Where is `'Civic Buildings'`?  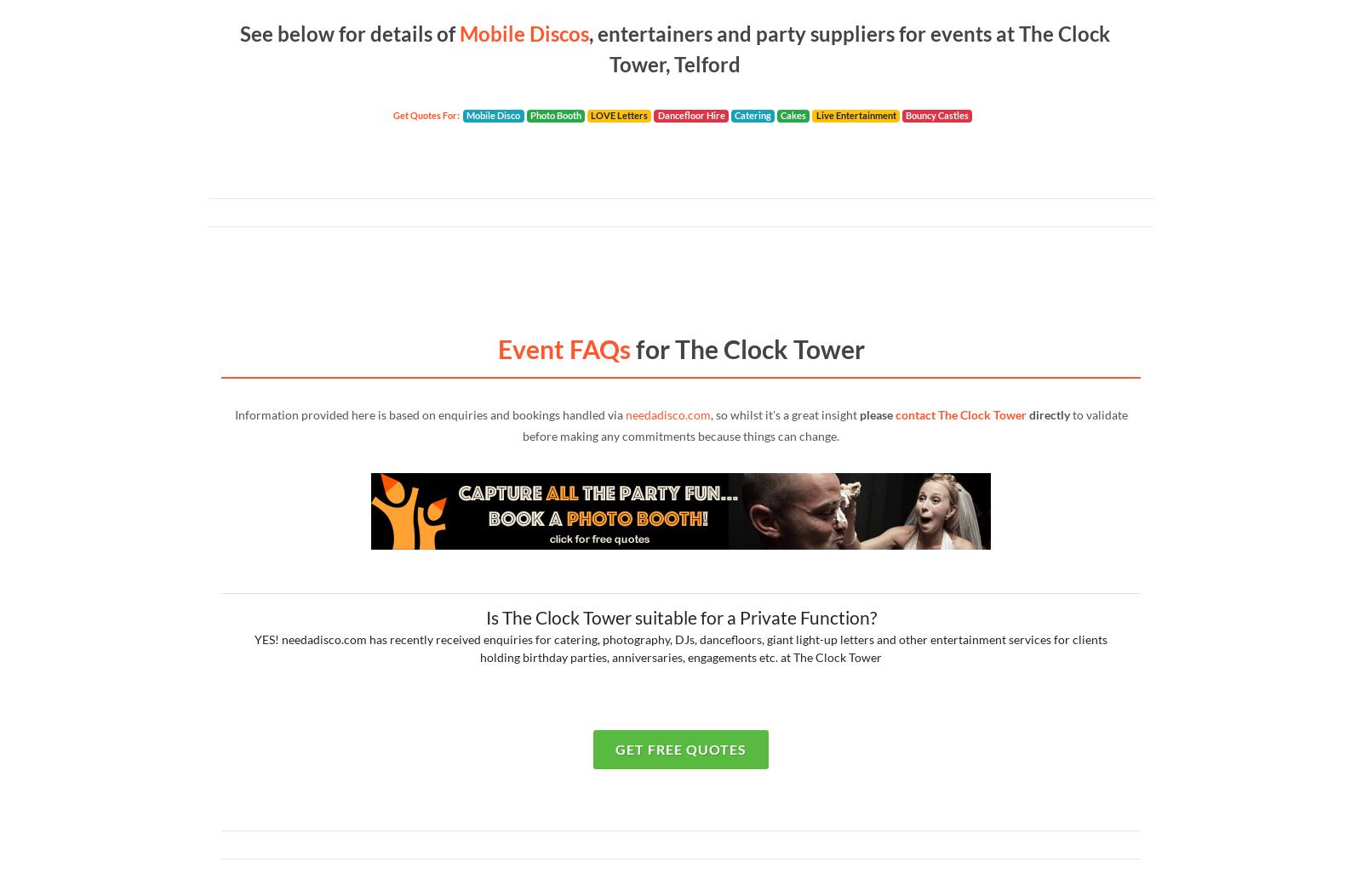
'Civic Buildings' is located at coordinates (221, 629).